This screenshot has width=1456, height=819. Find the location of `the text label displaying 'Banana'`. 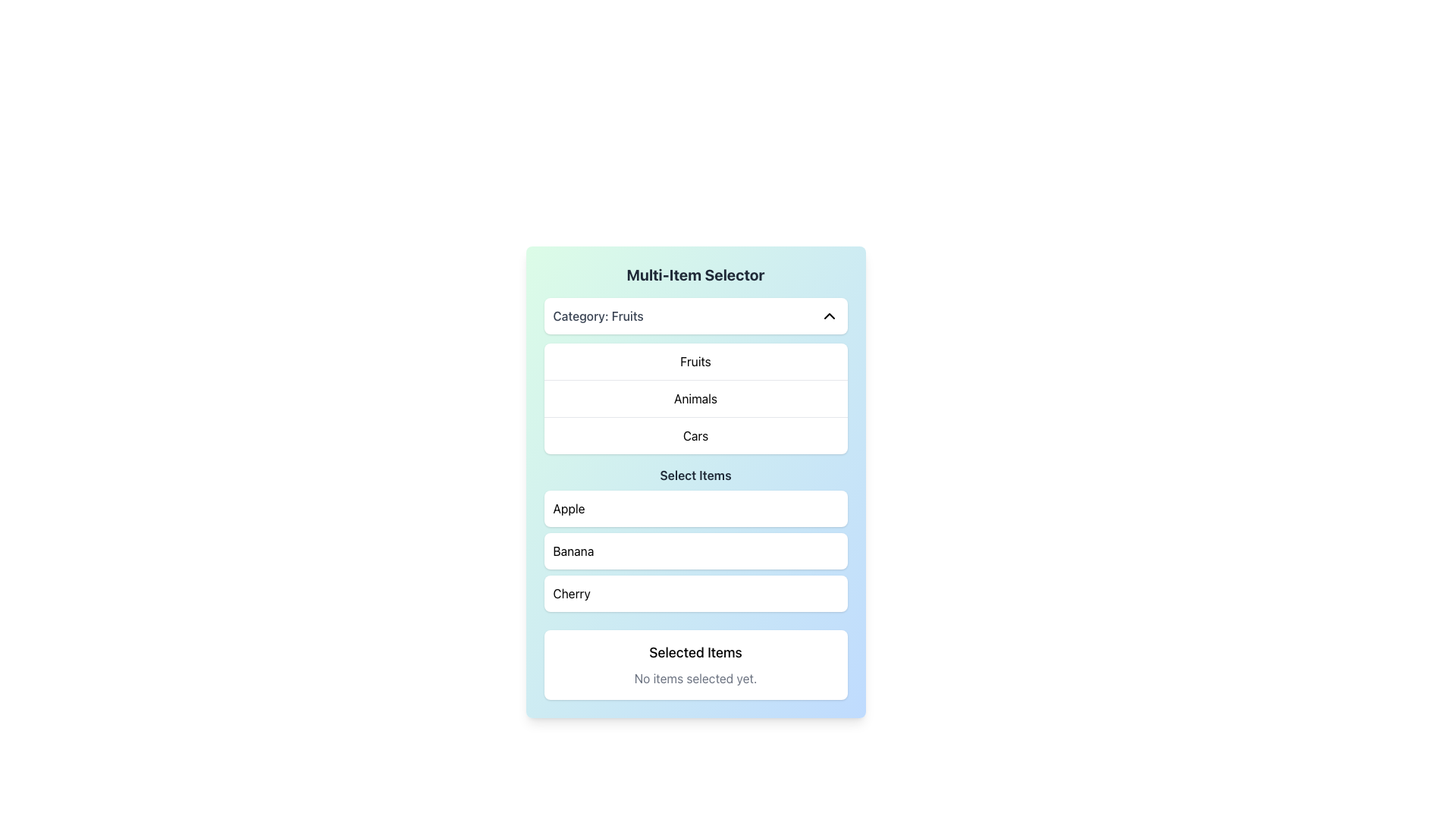

the text label displaying 'Banana' is located at coordinates (573, 551).